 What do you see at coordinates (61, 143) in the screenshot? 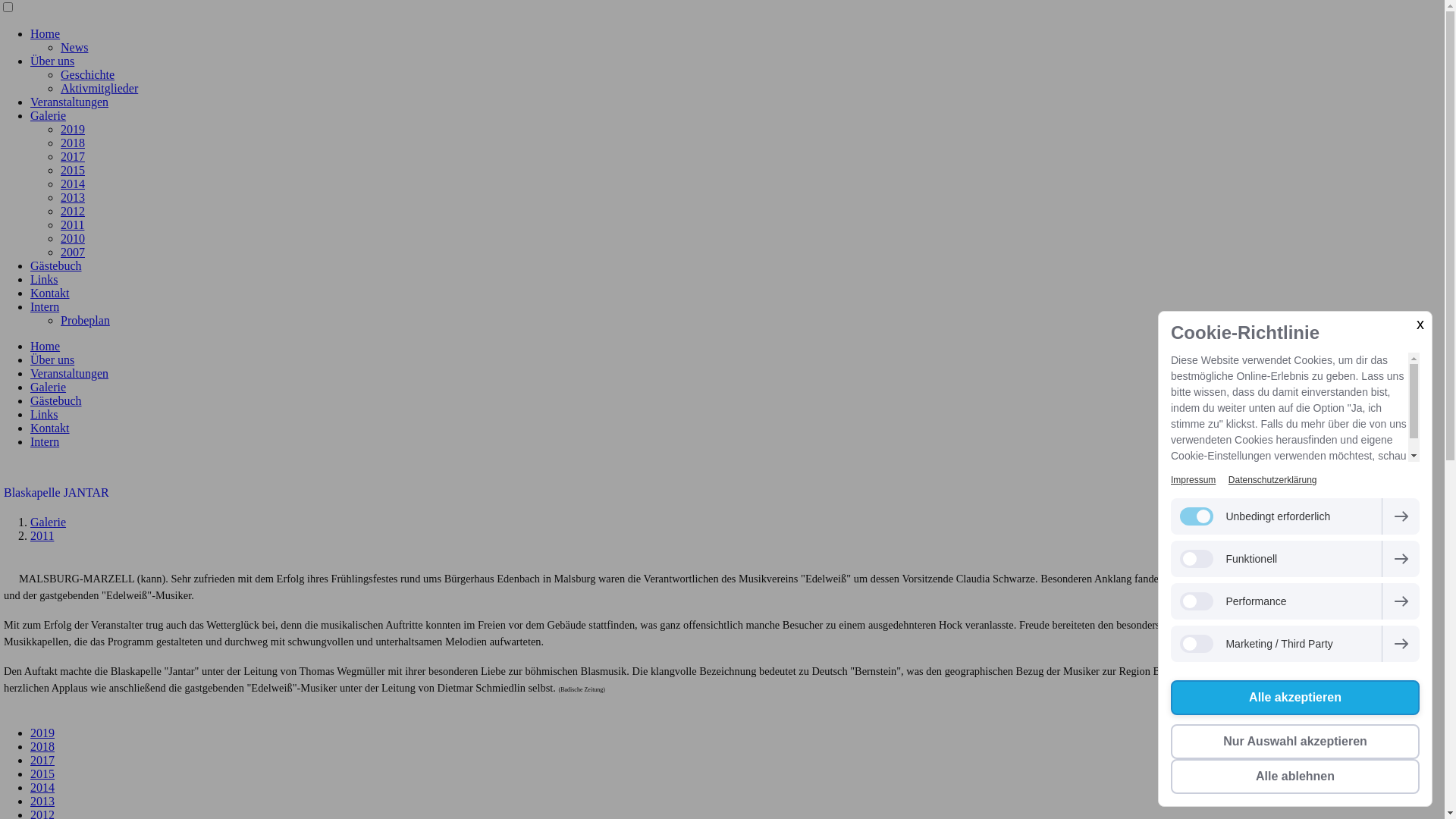
I see `'2018'` at bounding box center [61, 143].